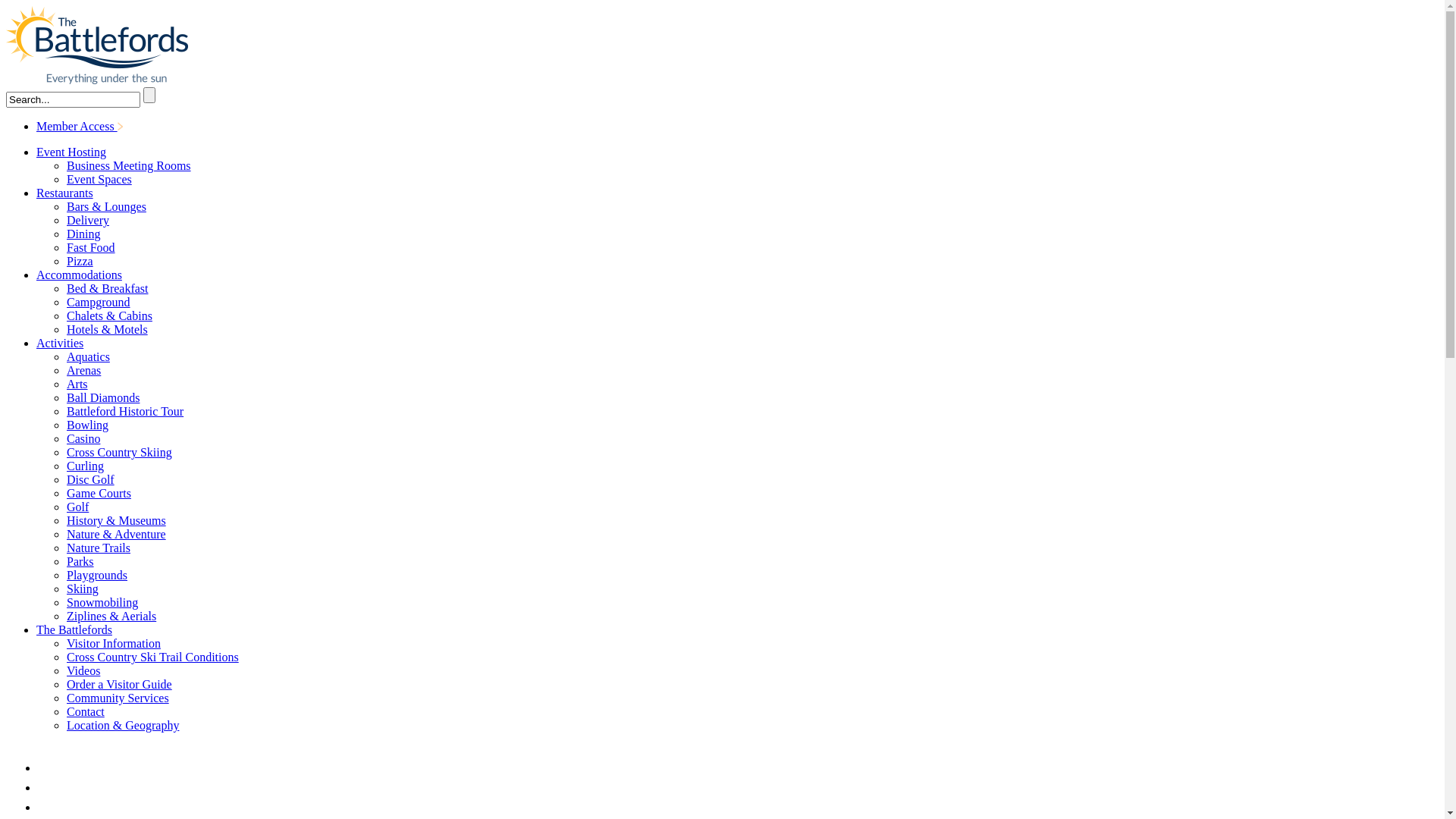 Image resolution: width=1456 pixels, height=819 pixels. What do you see at coordinates (97, 302) in the screenshot?
I see `'Campground'` at bounding box center [97, 302].